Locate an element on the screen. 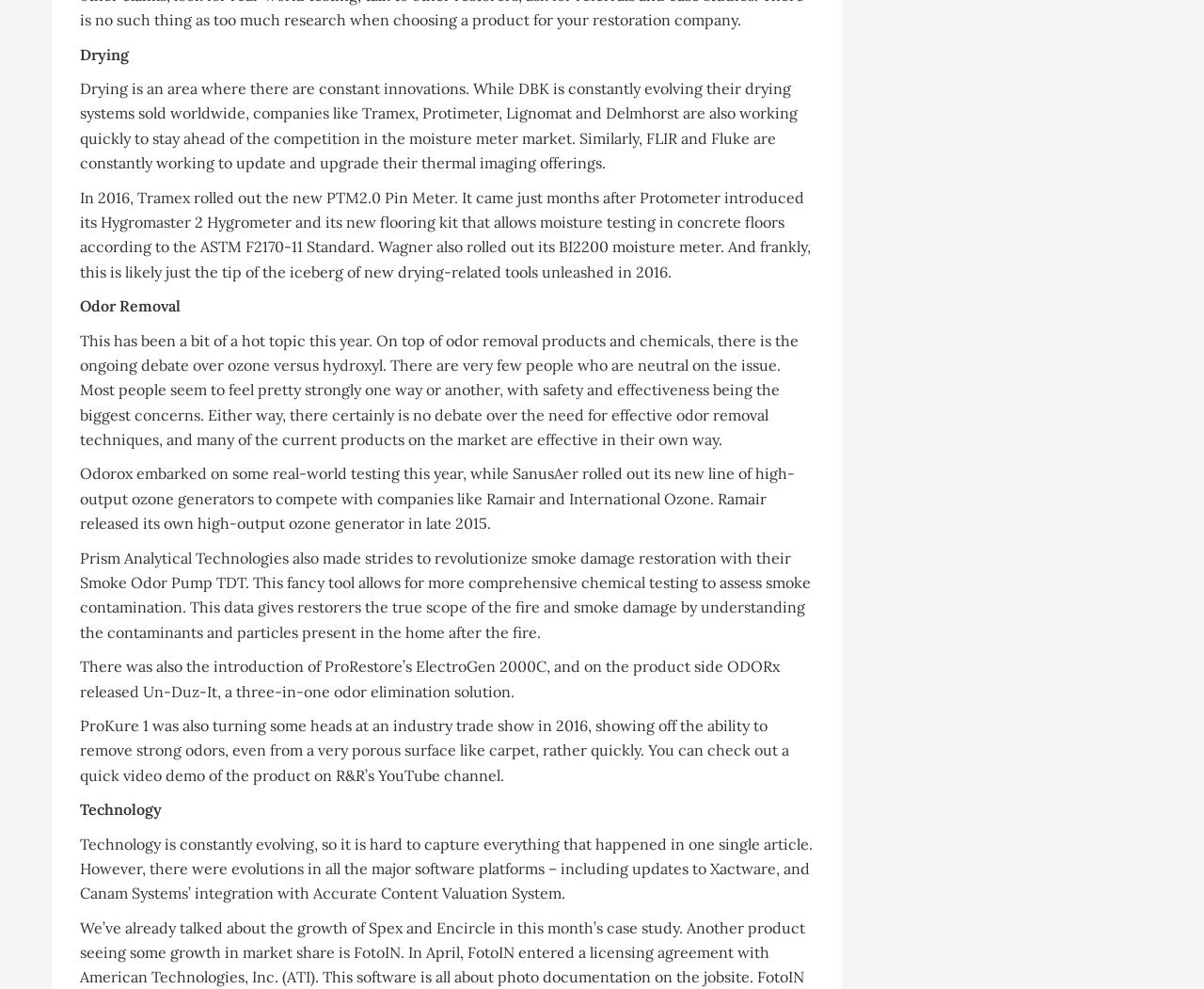 This screenshot has height=989, width=1204. 'Technology is constantly evolving, so it is hard to capture everything that happened in one single article. However, there were evolutions in all the major software platforms – including updates to Xactware, and Canam Systems’ integration with Accurate Content Valuation System.' is located at coordinates (445, 868).